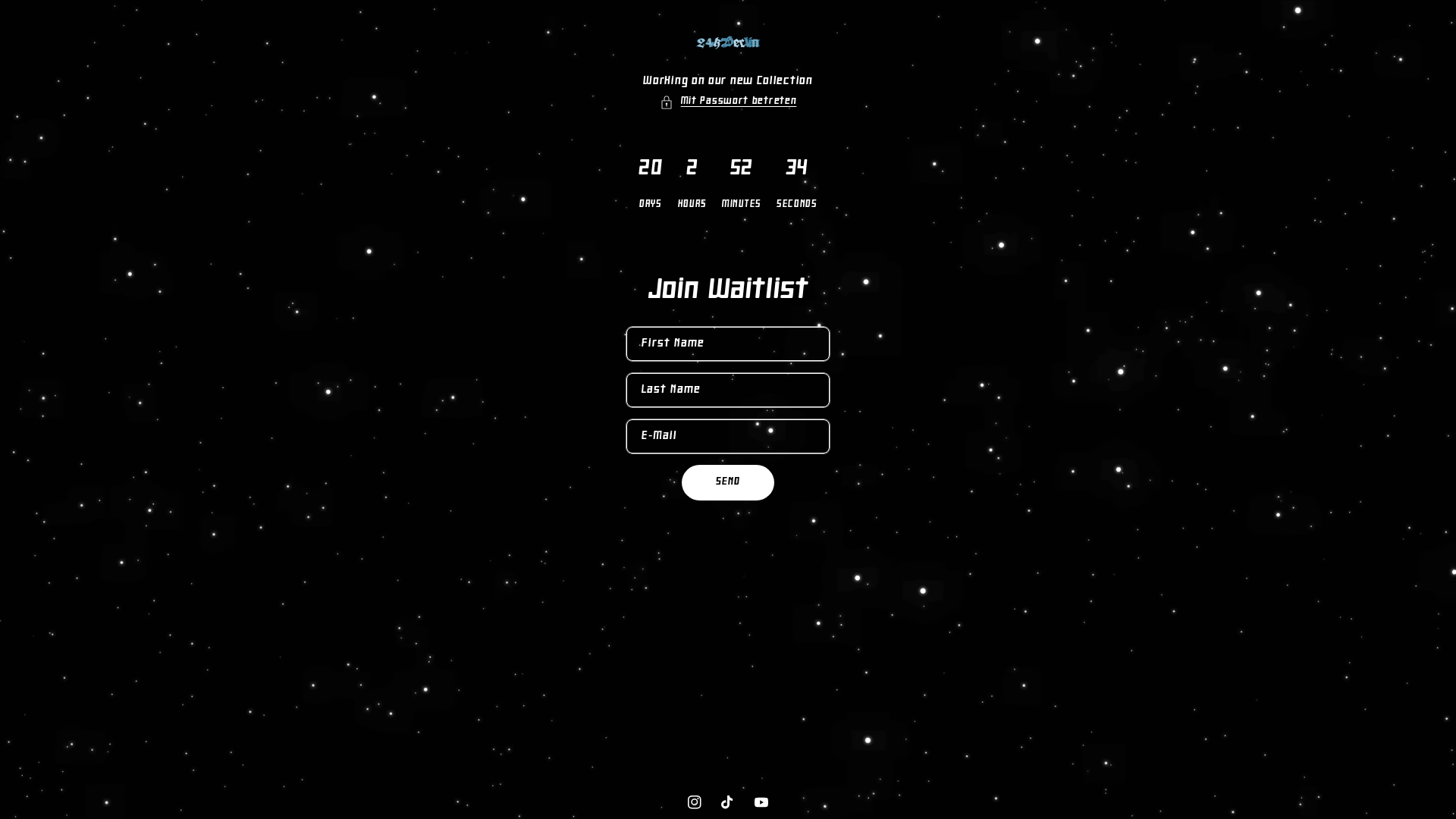 Image resolution: width=1456 pixels, height=819 pixels. What do you see at coordinates (728, 482) in the screenshot?
I see `'SEND'` at bounding box center [728, 482].